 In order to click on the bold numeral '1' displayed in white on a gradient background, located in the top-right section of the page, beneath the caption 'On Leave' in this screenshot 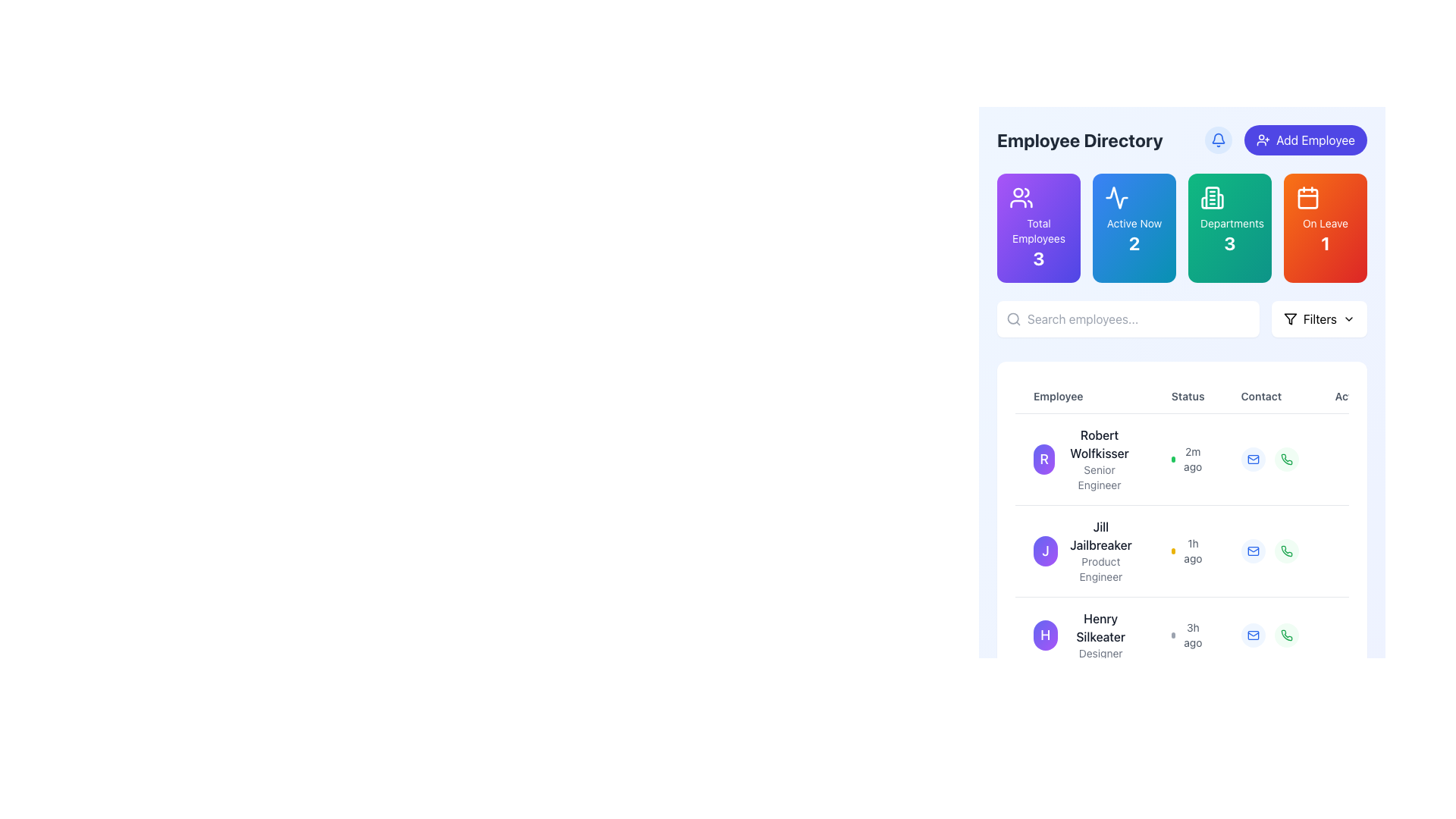, I will do `click(1324, 242)`.